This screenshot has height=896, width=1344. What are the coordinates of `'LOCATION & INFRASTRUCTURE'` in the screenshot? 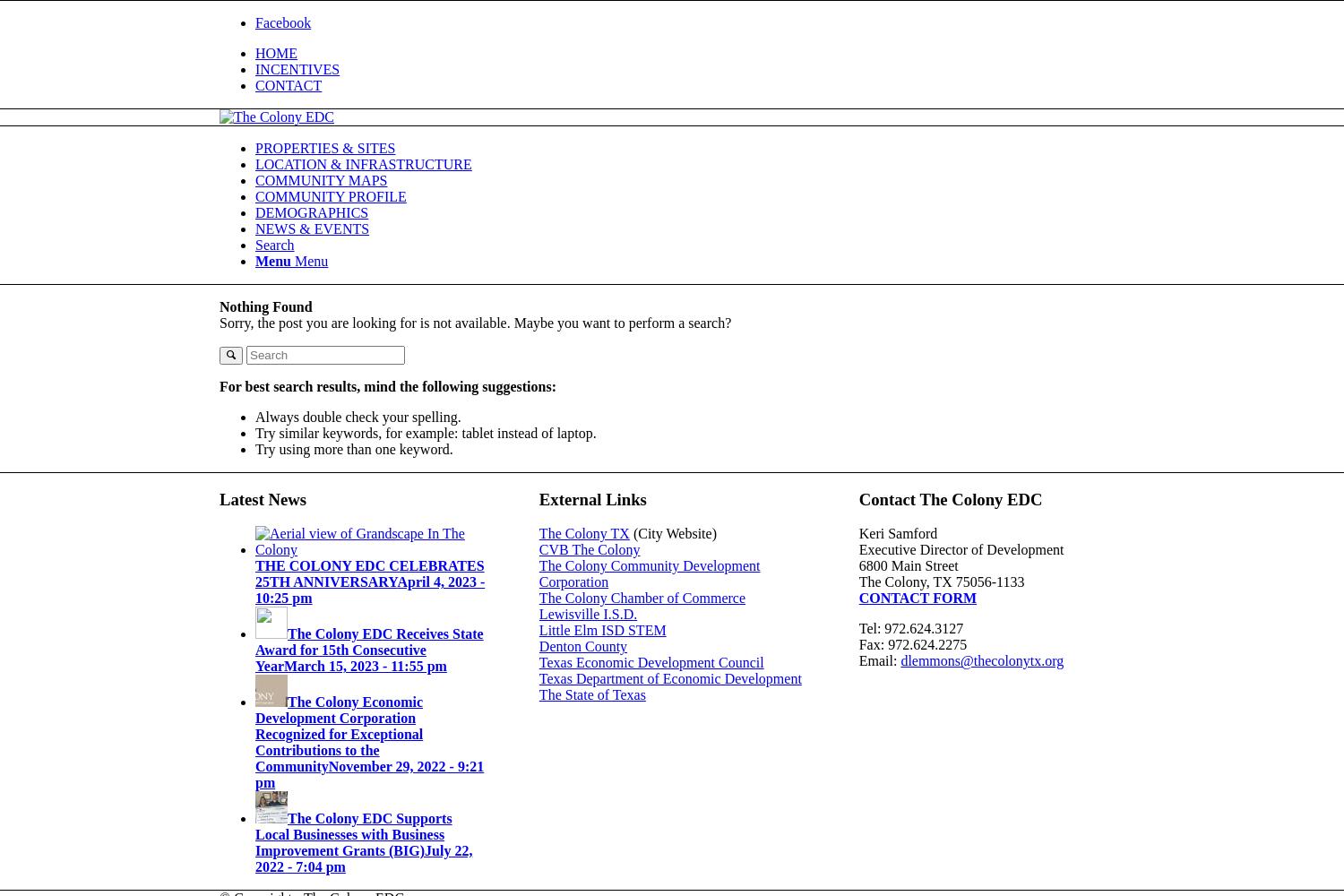 It's located at (363, 164).